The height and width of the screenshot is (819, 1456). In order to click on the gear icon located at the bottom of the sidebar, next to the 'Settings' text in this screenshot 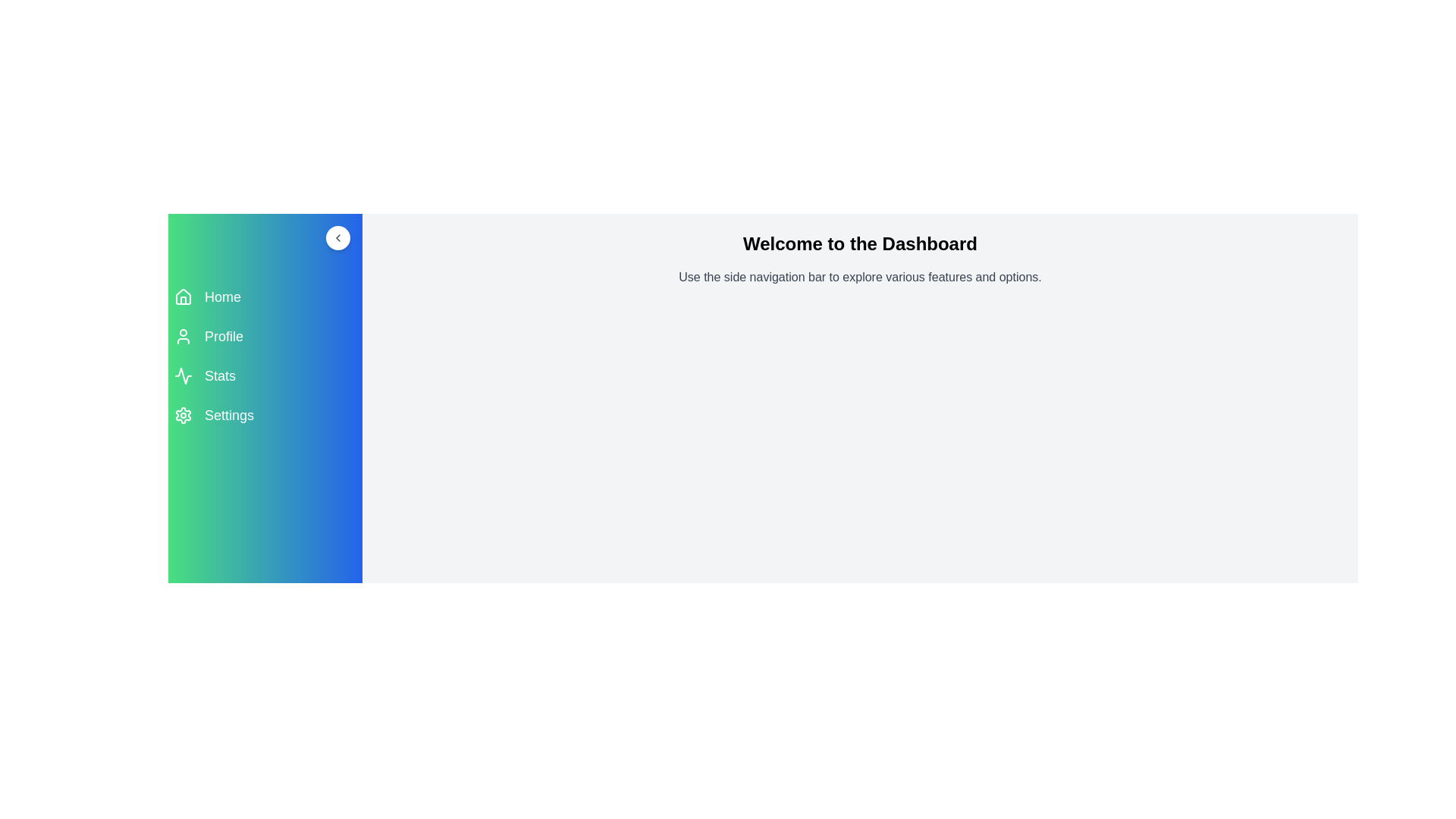, I will do `click(182, 415)`.